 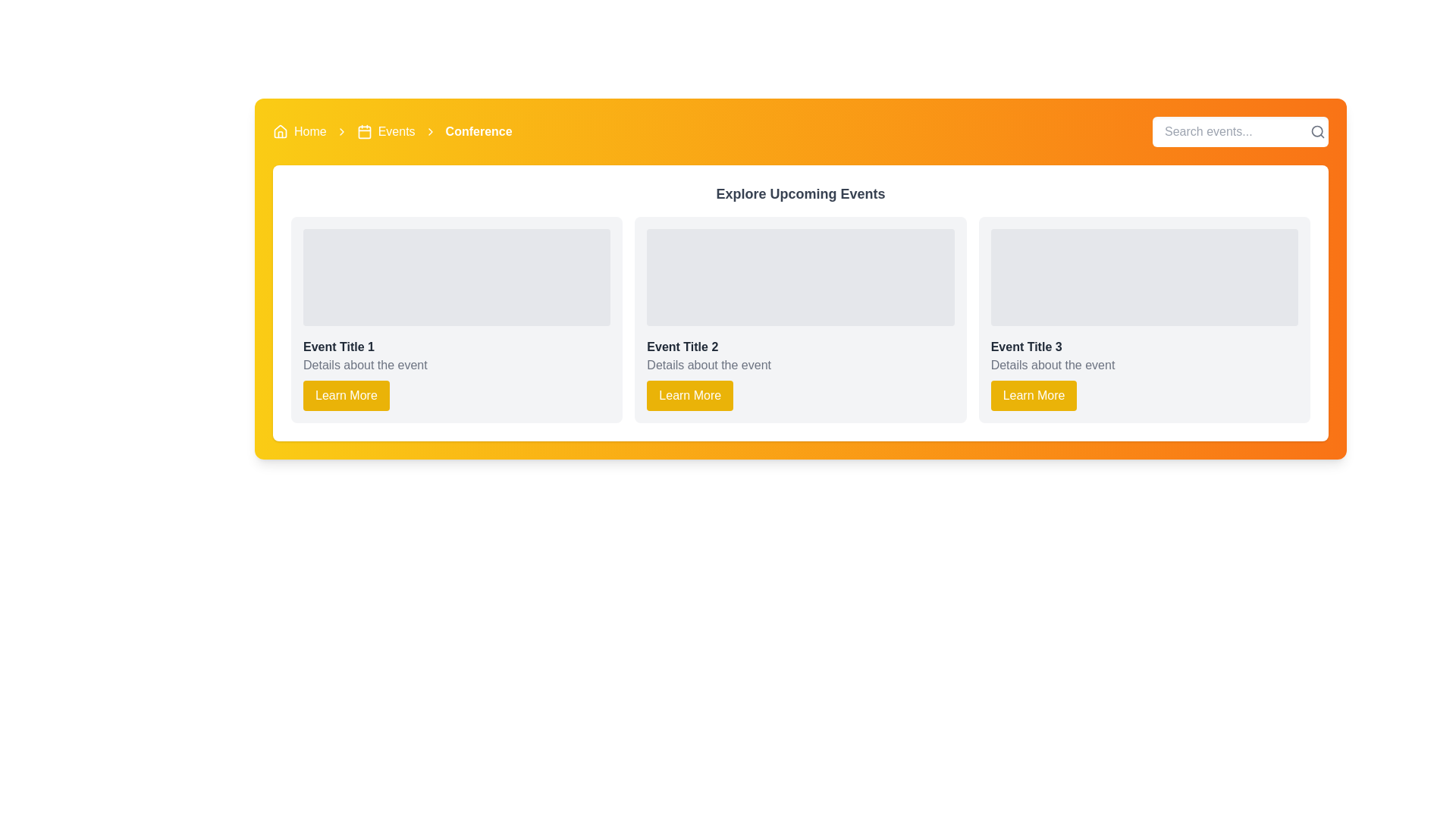 I want to click on the information button located at the bottom-left of the card layout, which provides additional information about the event, so click(x=345, y=394).